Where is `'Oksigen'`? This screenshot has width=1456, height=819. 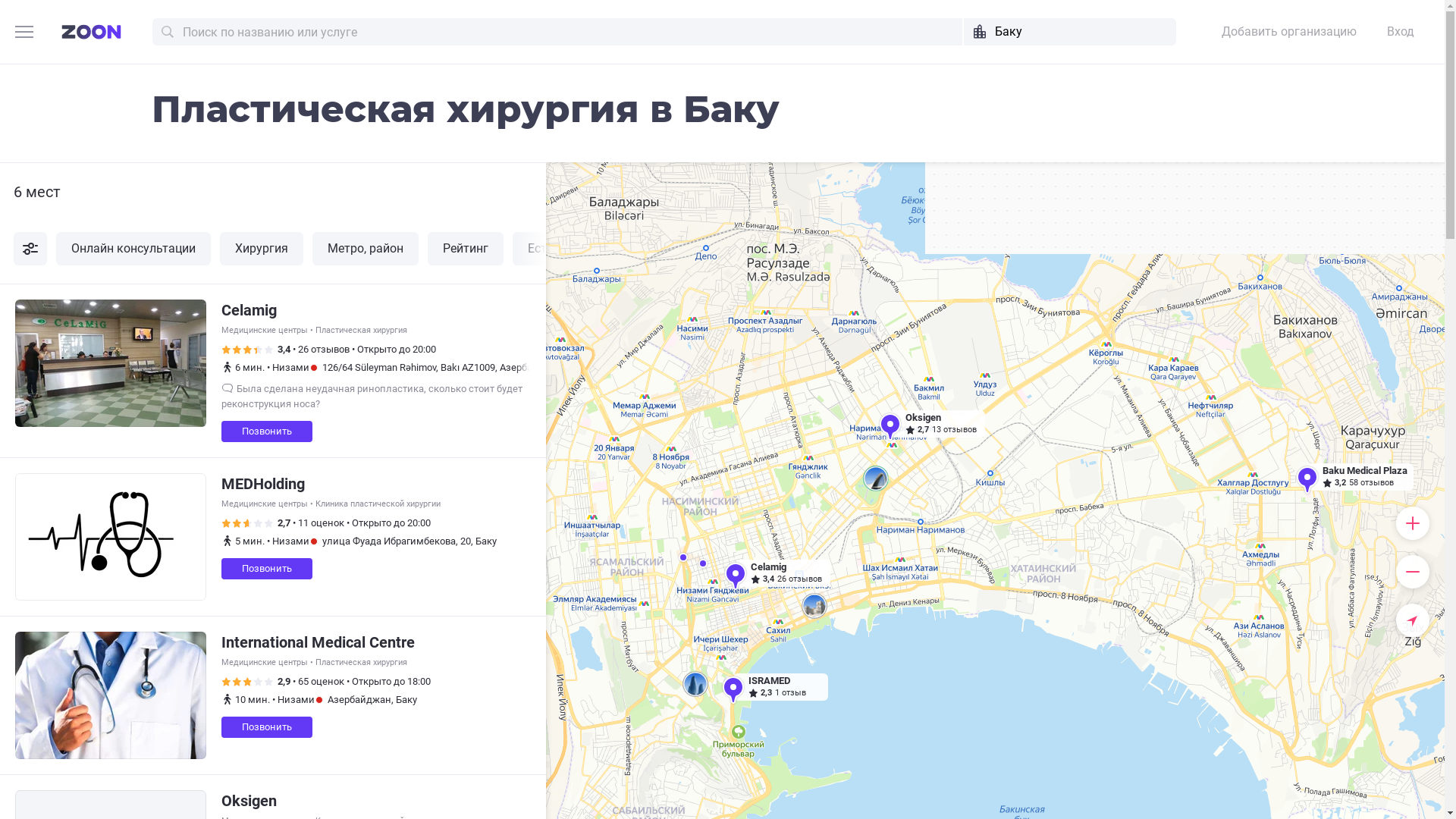 'Oksigen' is located at coordinates (221, 800).